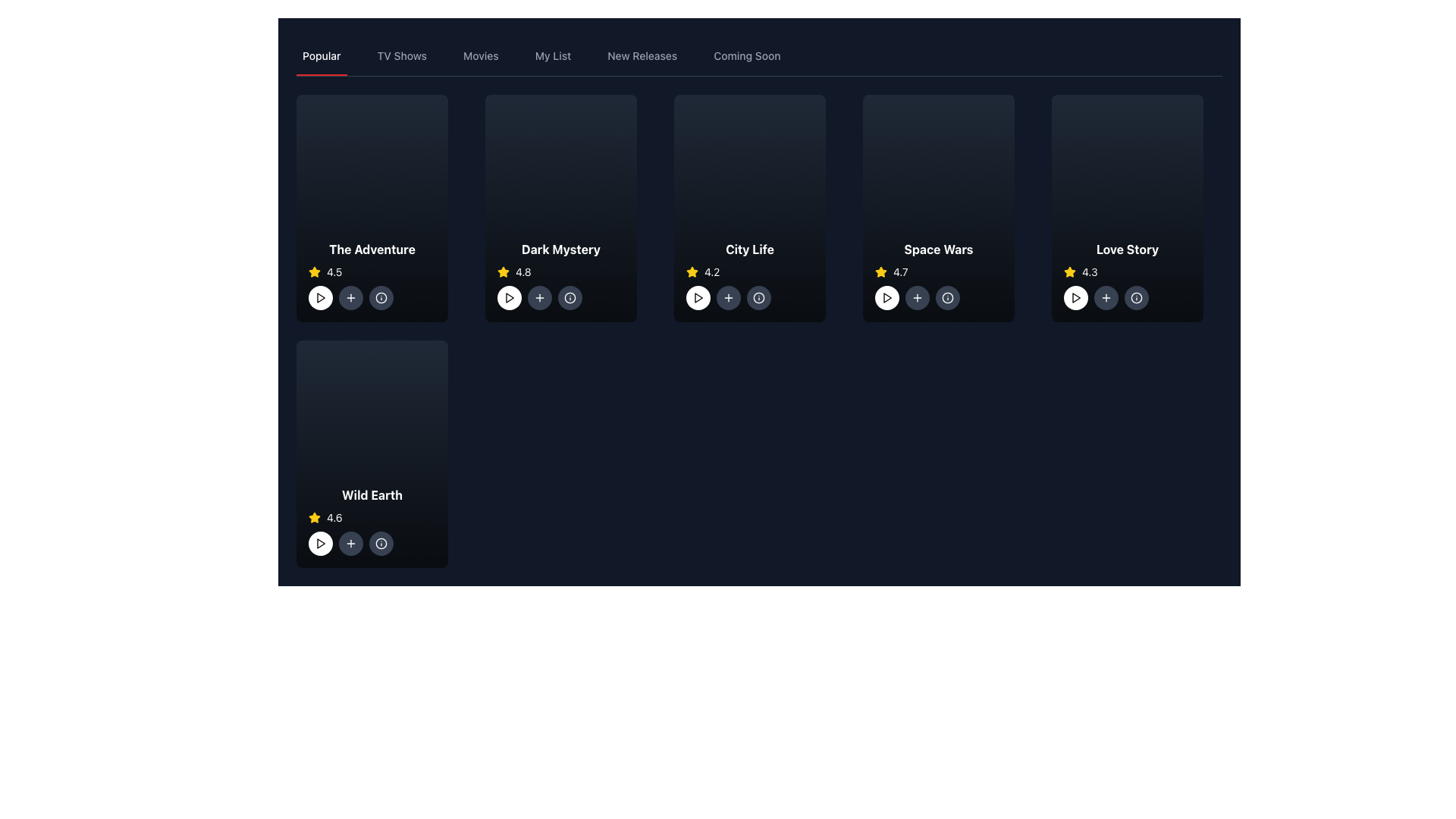 This screenshot has height=819, width=1456. Describe the element at coordinates (503, 271) in the screenshot. I see `the star icon representing the rating indicator for the 'Dark Mystery' movie to emphasize it visually` at that location.